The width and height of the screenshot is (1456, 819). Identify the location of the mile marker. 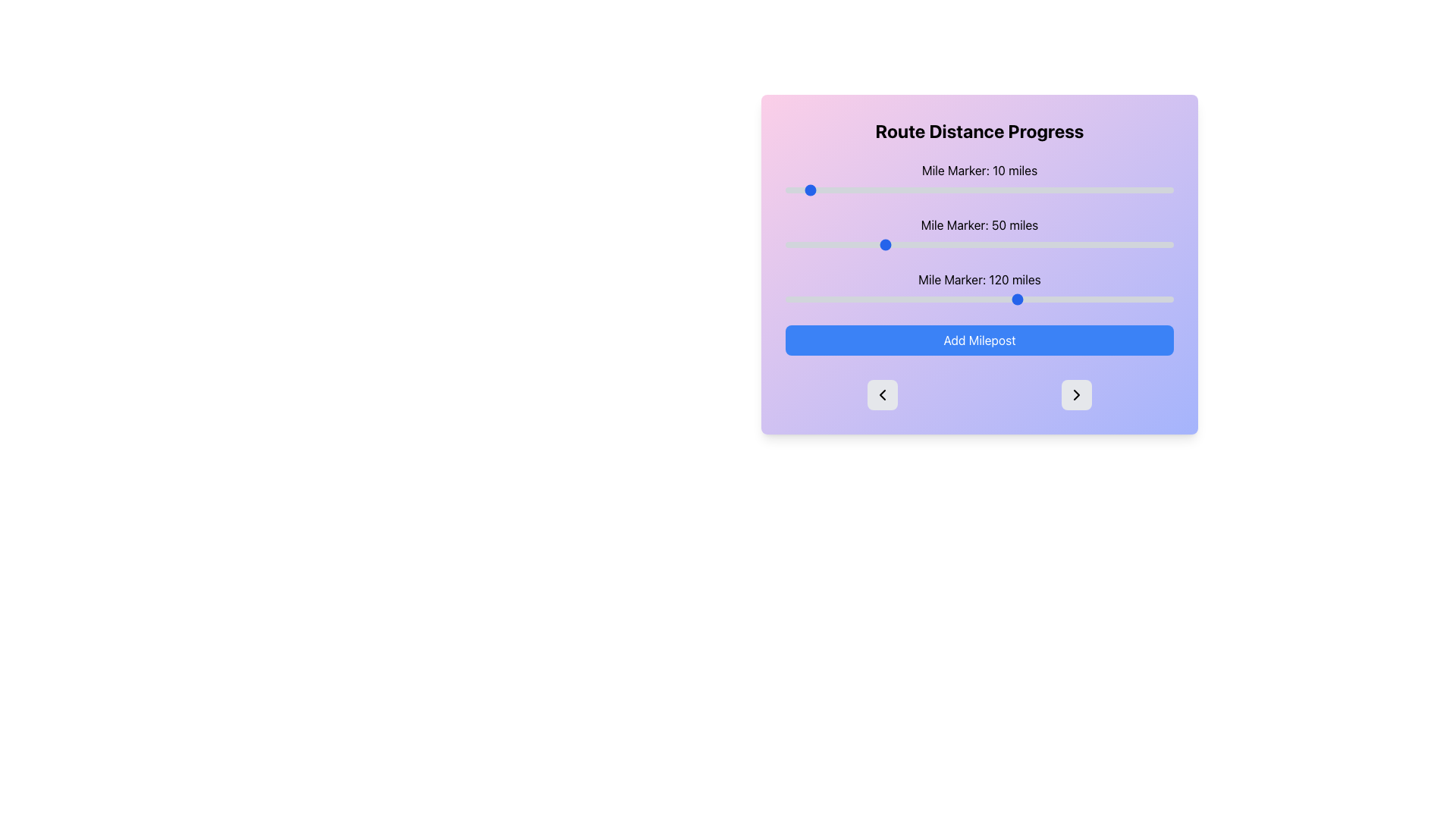
(853, 299).